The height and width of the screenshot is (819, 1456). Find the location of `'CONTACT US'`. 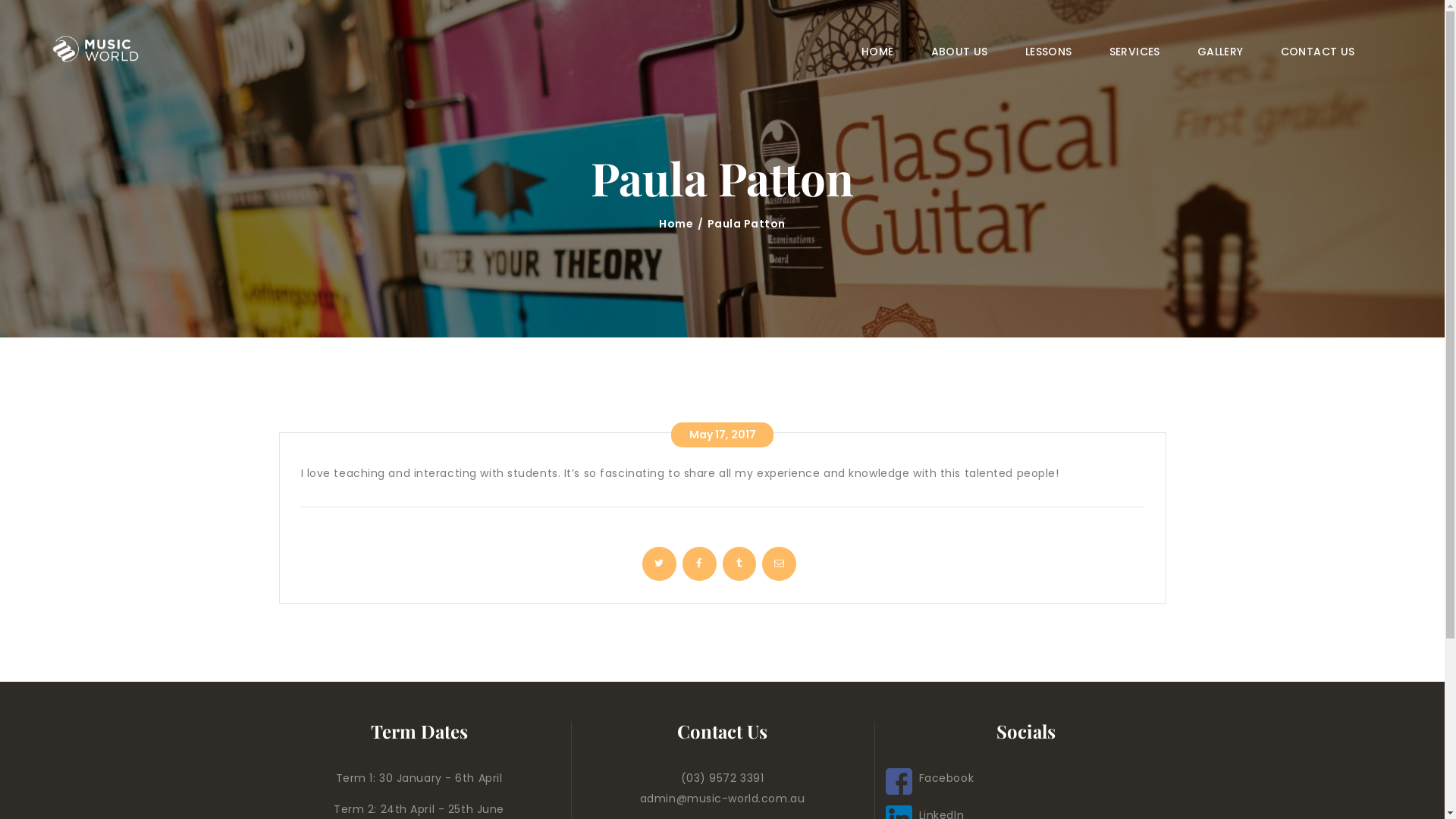

'CONTACT US' is located at coordinates (1262, 51).